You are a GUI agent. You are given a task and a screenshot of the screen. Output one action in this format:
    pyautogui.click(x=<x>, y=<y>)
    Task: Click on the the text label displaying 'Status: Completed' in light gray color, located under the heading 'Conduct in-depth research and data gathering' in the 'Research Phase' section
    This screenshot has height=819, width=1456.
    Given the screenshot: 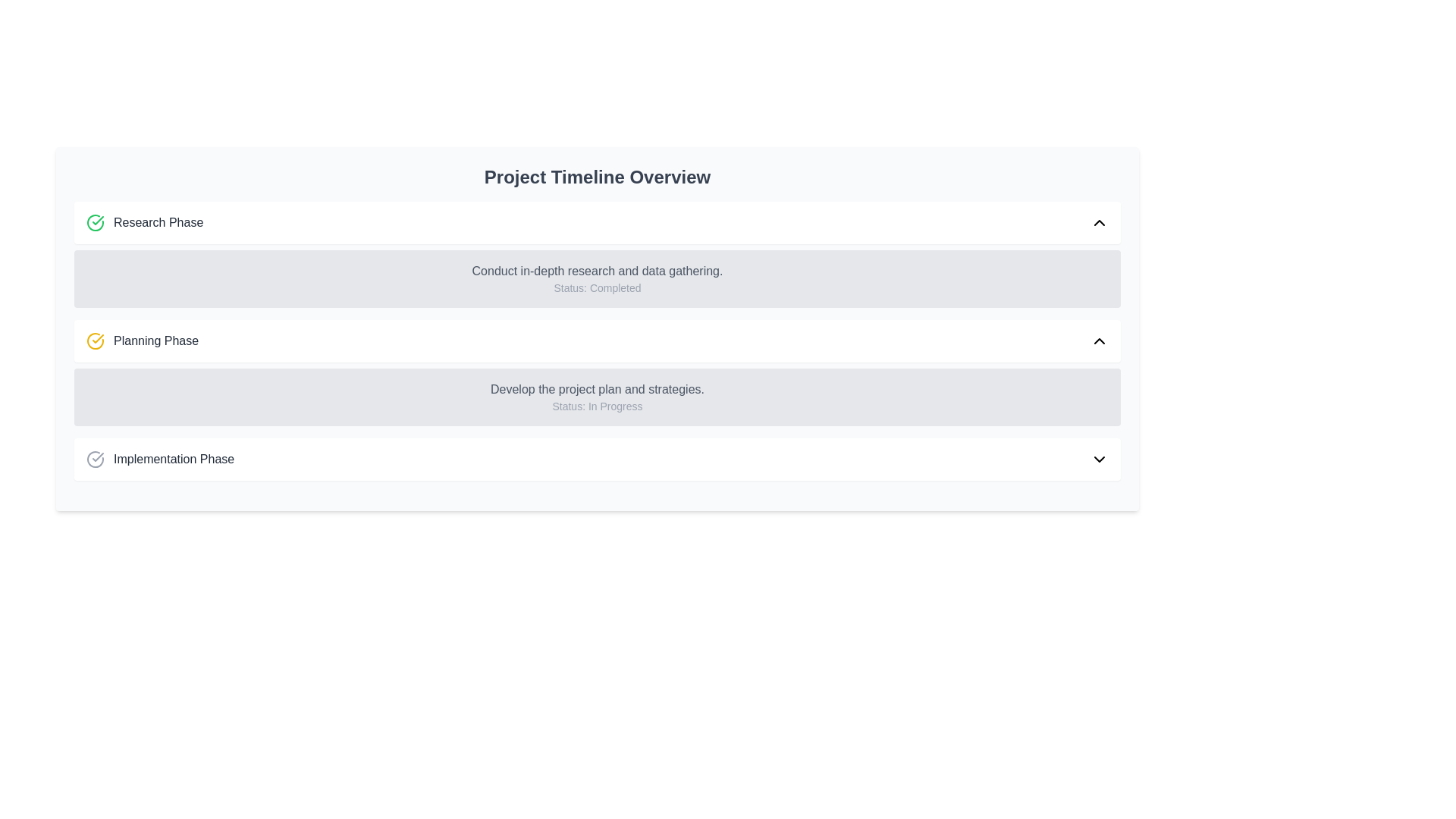 What is the action you would take?
    pyautogui.click(x=596, y=288)
    